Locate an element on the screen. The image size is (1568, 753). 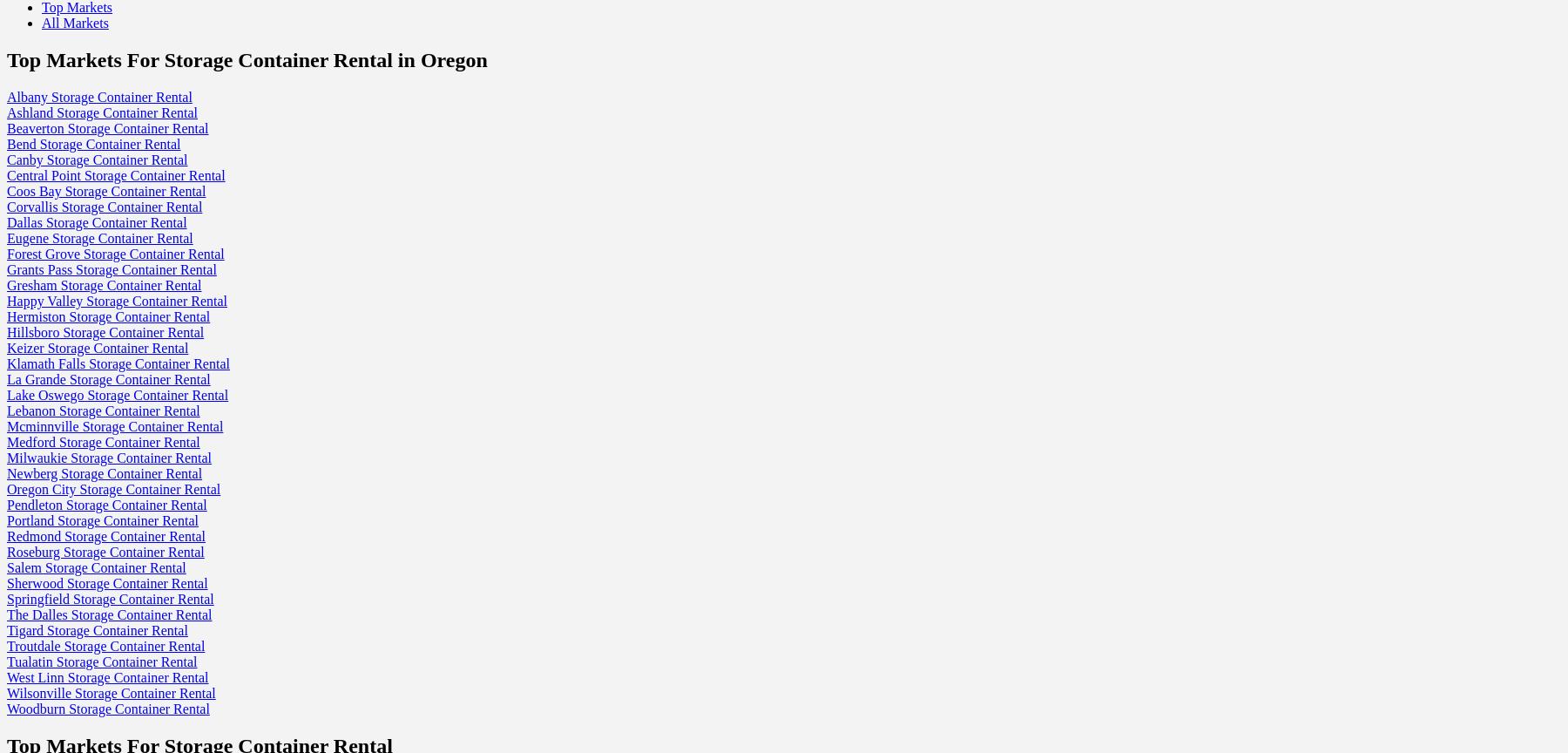
'Albany Storage Container Rental' is located at coordinates (5, 95).